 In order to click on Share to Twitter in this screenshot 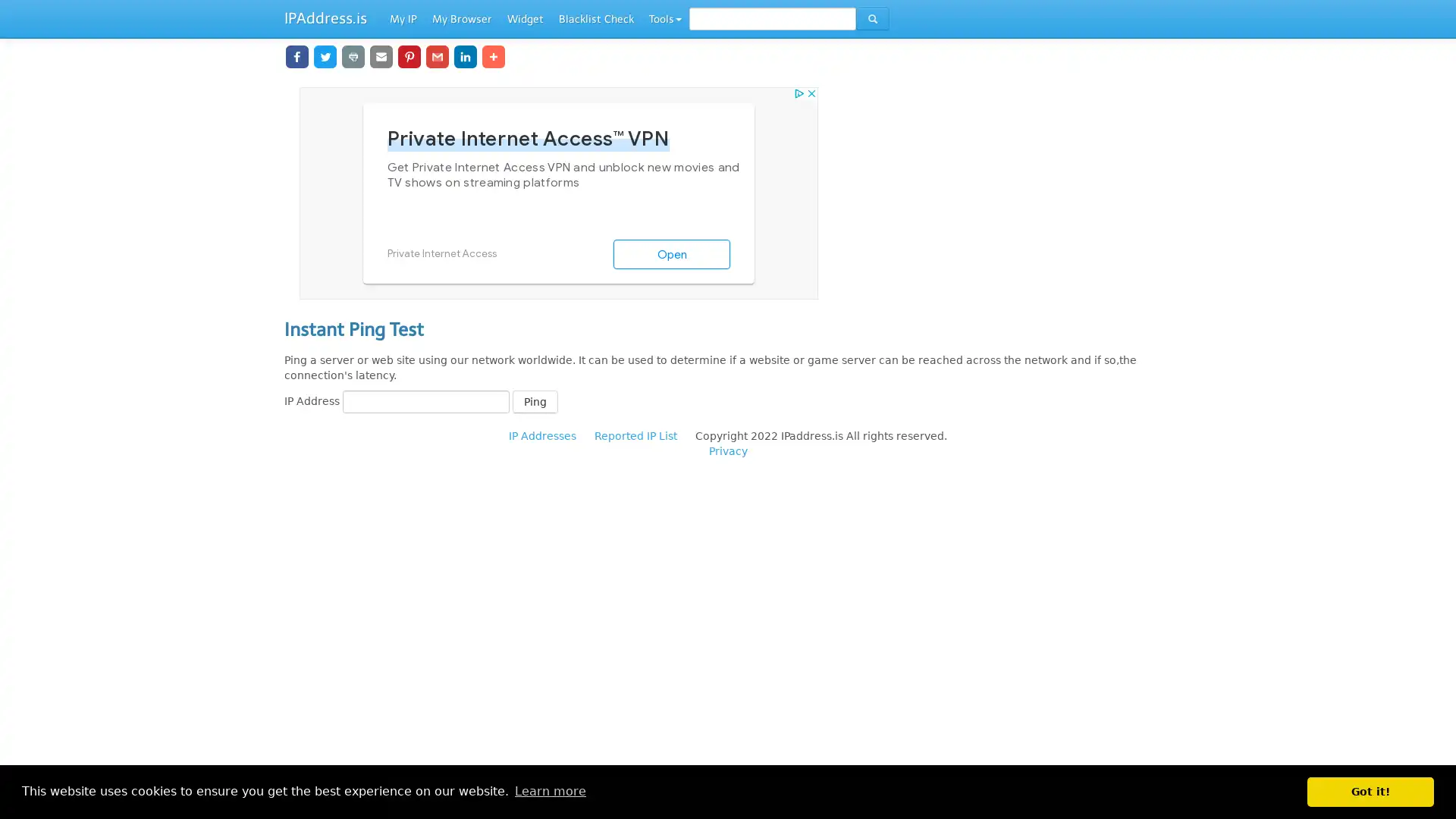, I will do `click(322, 55)`.